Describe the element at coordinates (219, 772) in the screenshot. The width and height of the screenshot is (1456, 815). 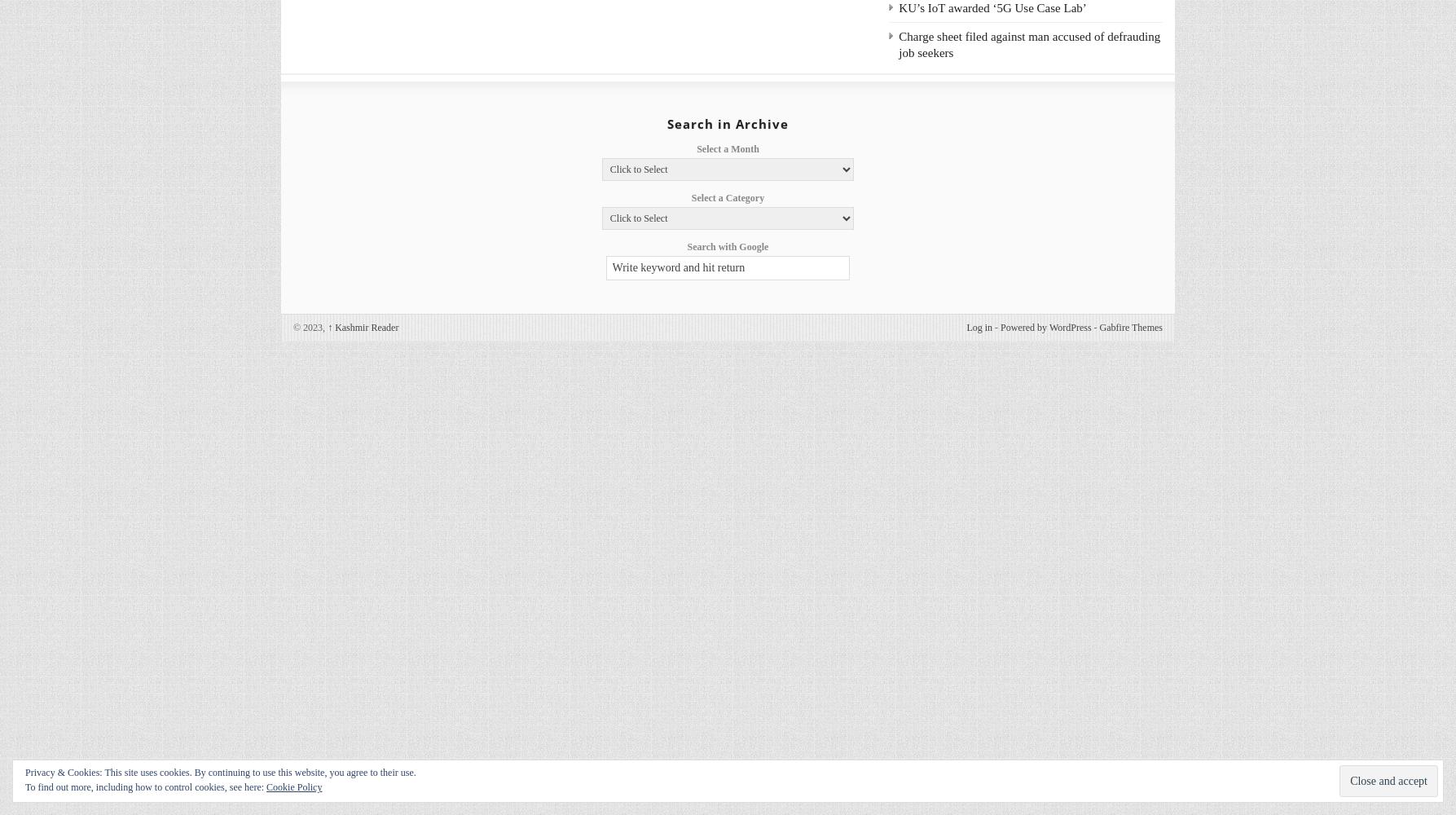
I see `'Privacy & Cookies: This site uses cookies. By continuing to use this website, you agree to their use.'` at that location.